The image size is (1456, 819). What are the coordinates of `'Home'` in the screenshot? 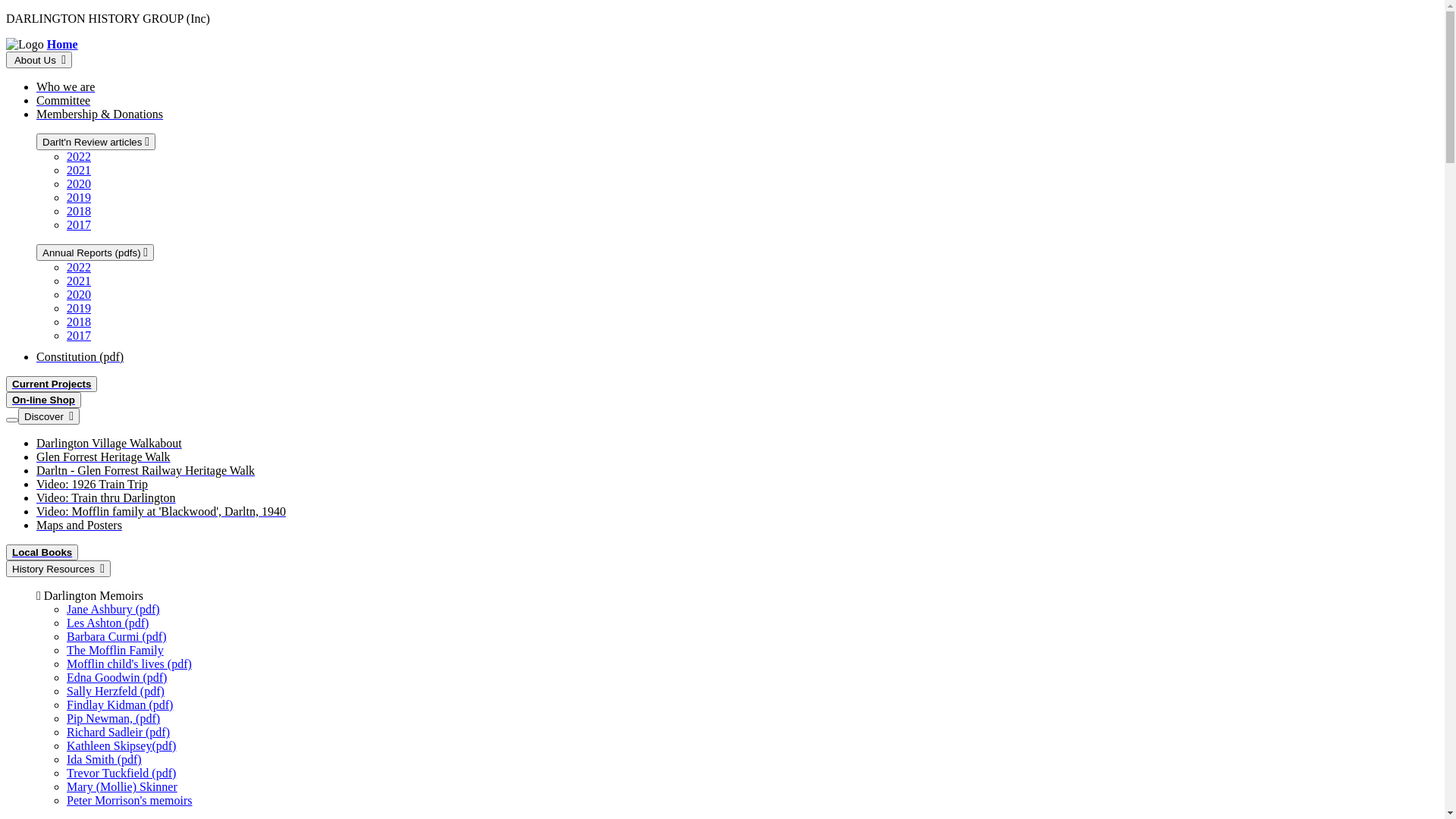 It's located at (61, 43).